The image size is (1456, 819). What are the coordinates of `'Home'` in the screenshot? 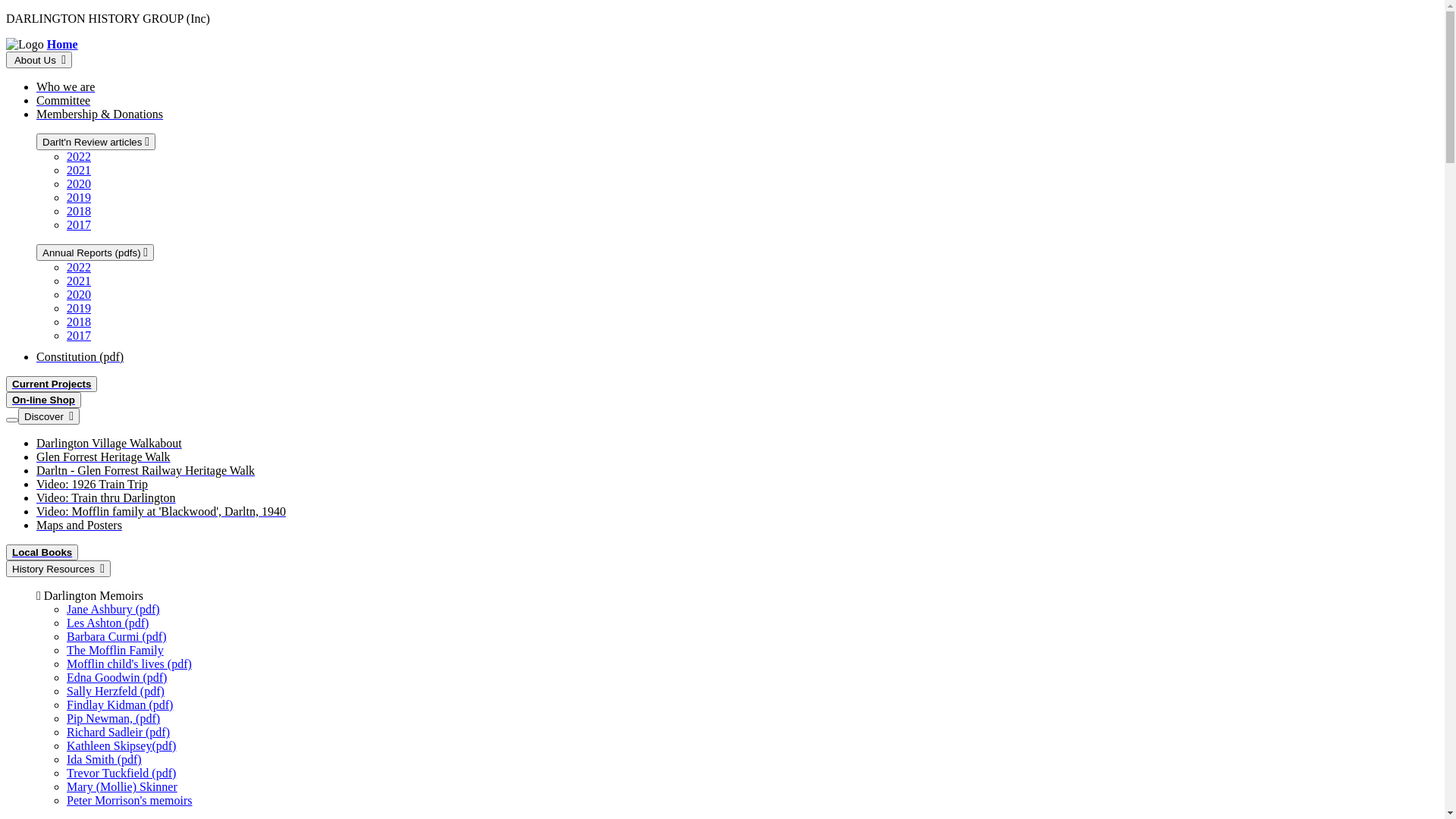 It's located at (61, 43).